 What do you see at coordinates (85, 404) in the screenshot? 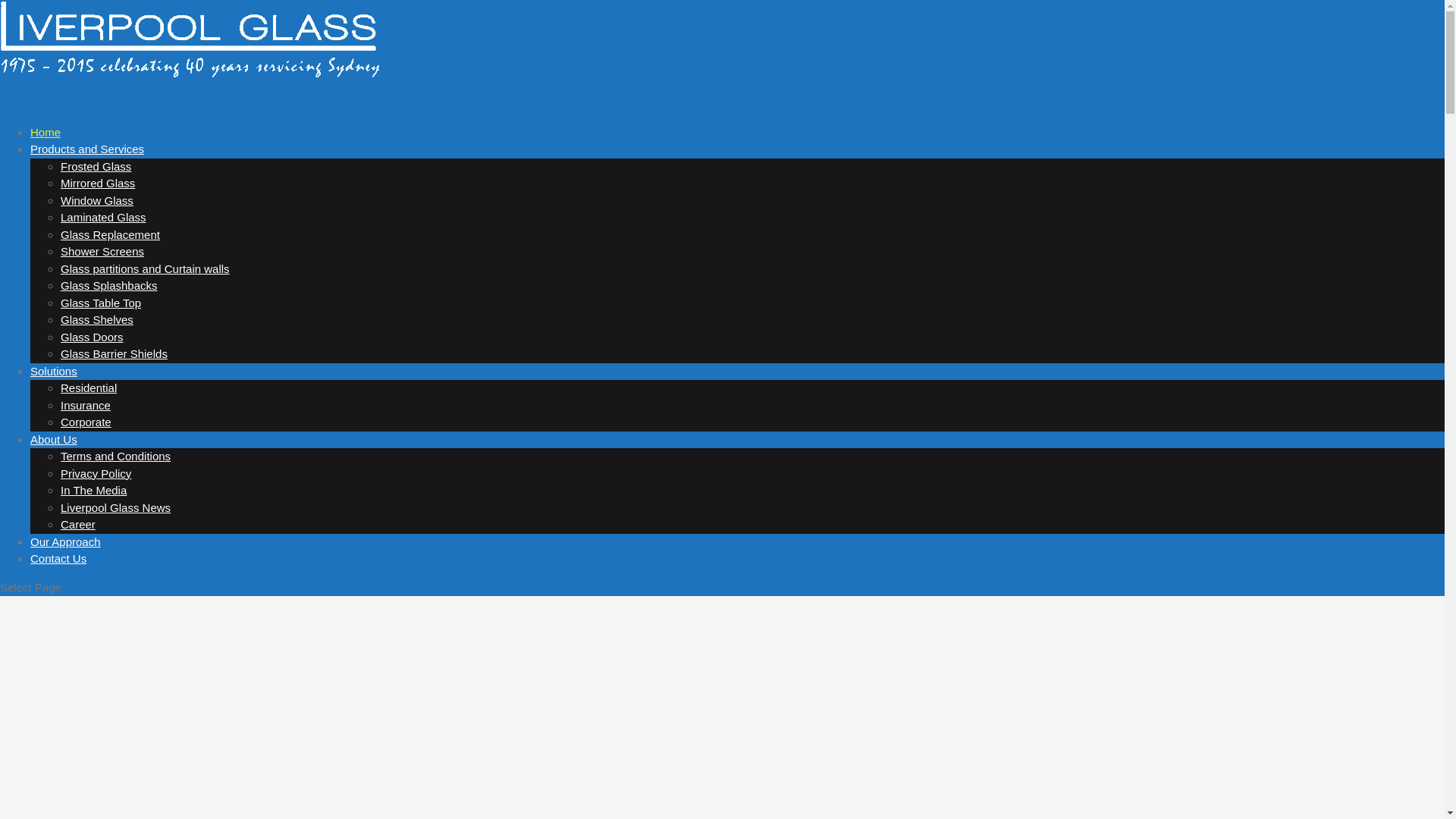
I see `'Insurance'` at bounding box center [85, 404].